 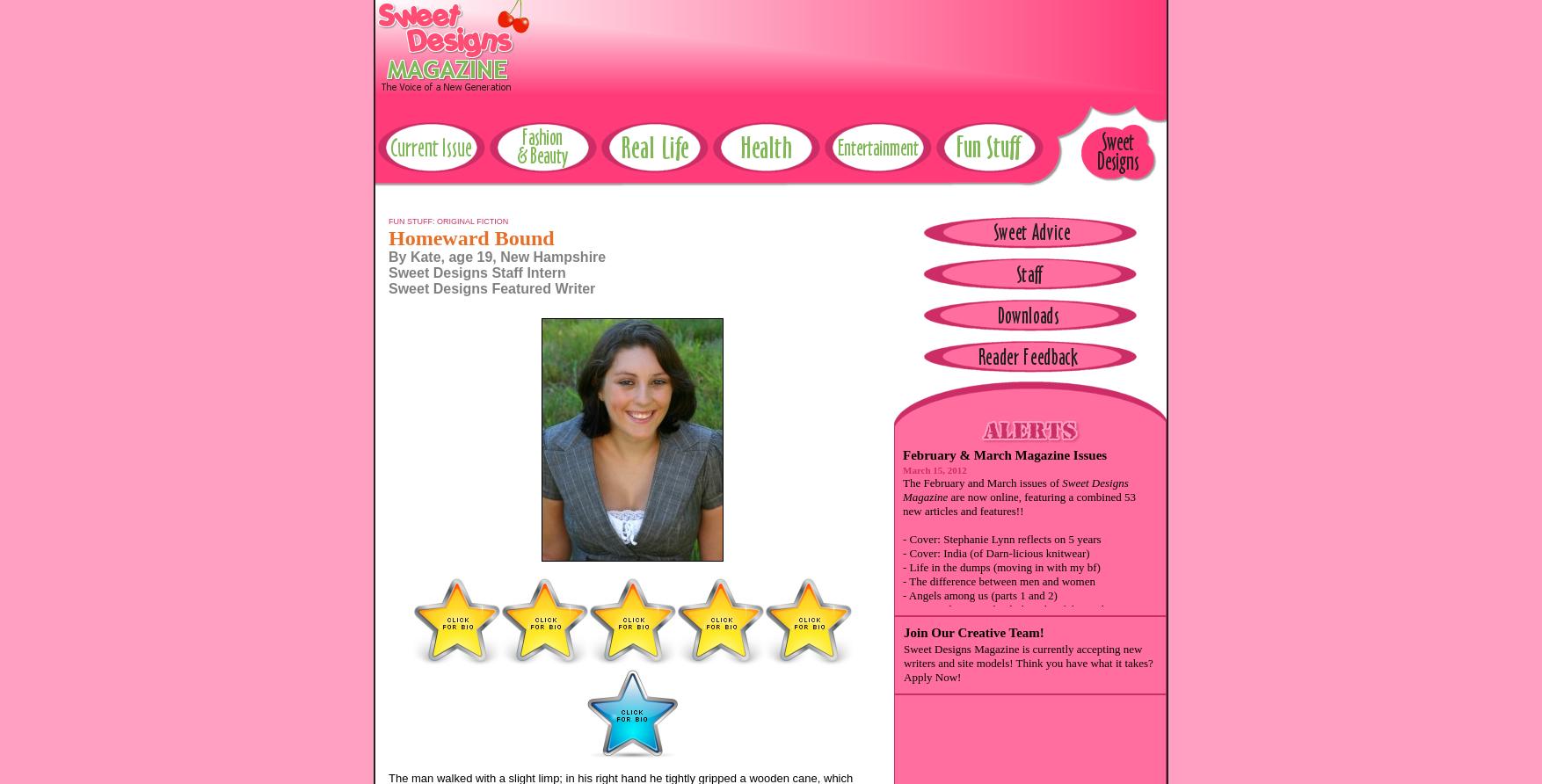 I want to click on '- Valentine's Day (not what you'd expect!)', so click(x=901, y=692).